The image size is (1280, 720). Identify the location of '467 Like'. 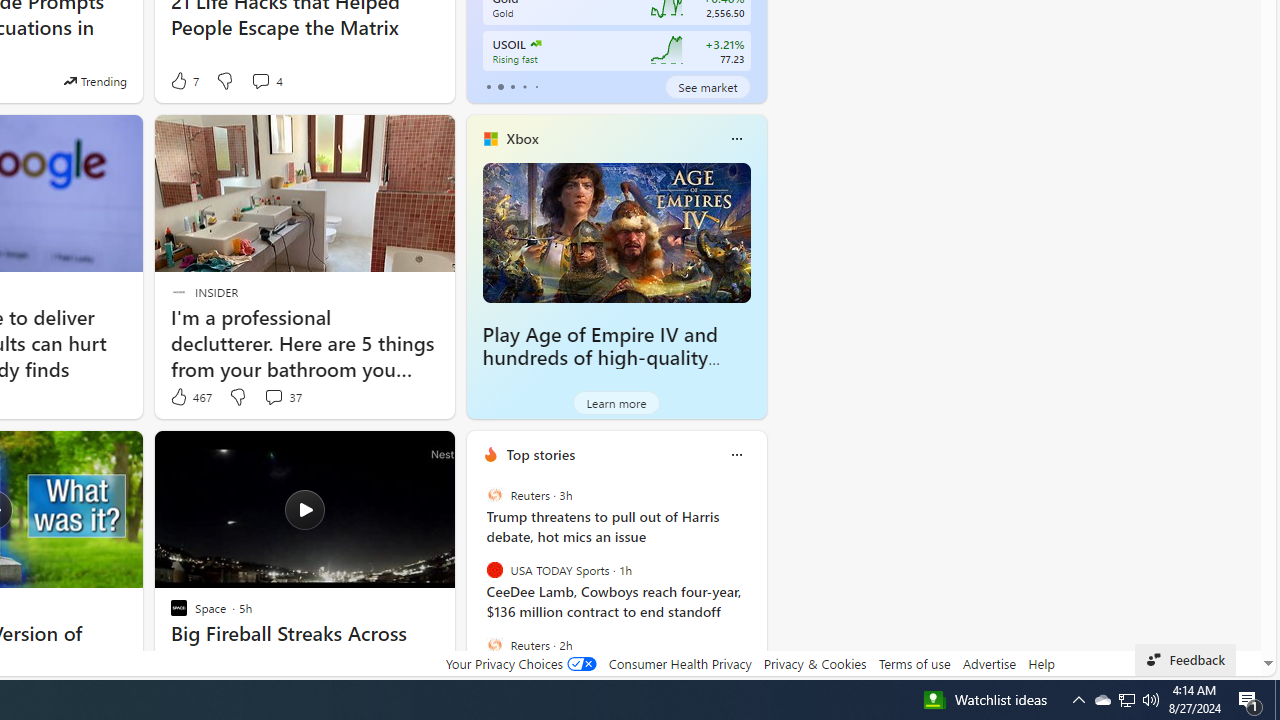
(190, 397).